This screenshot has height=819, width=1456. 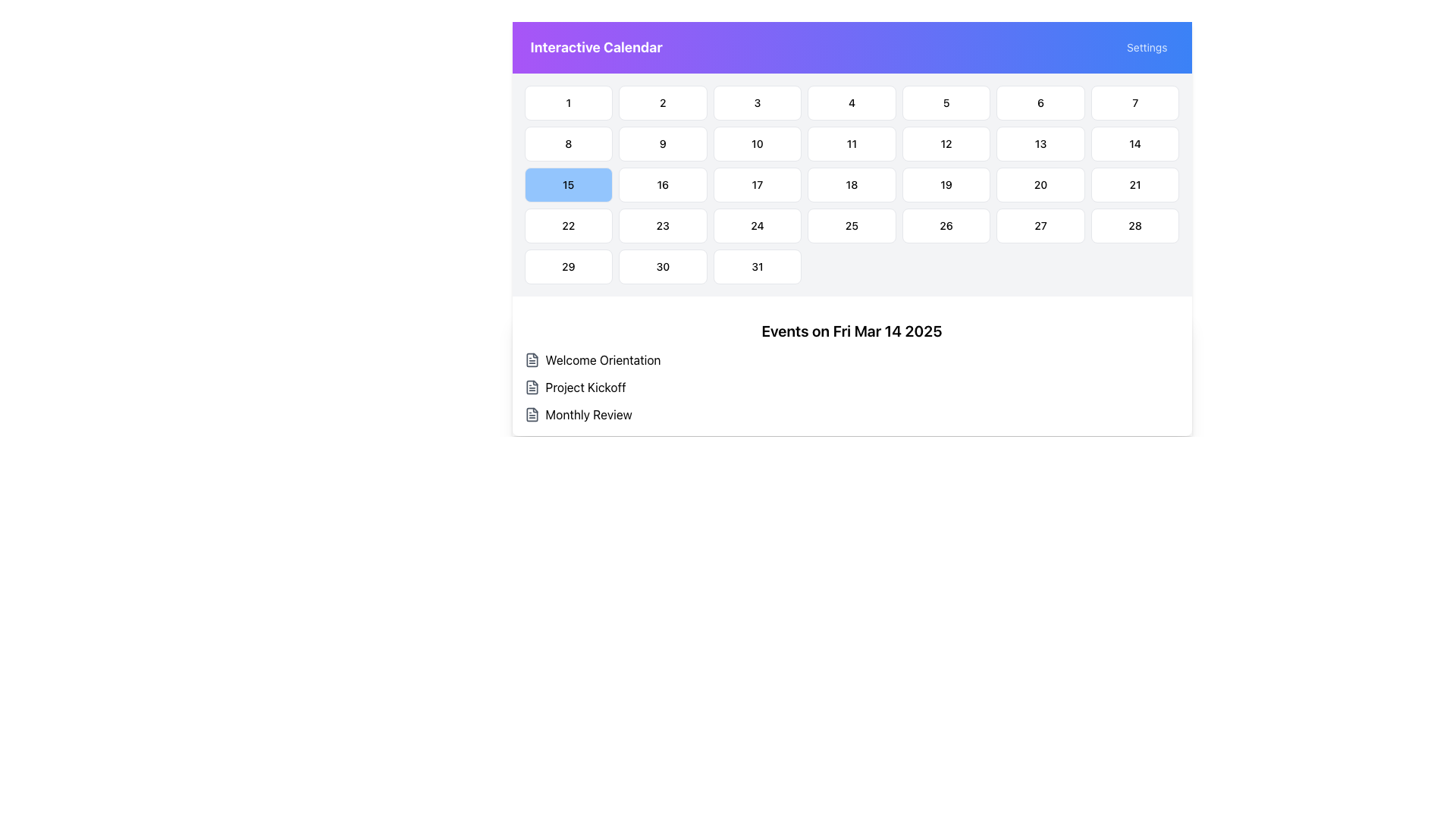 What do you see at coordinates (567, 102) in the screenshot?
I see `the calendar date cell displaying the numeral '1'` at bounding box center [567, 102].